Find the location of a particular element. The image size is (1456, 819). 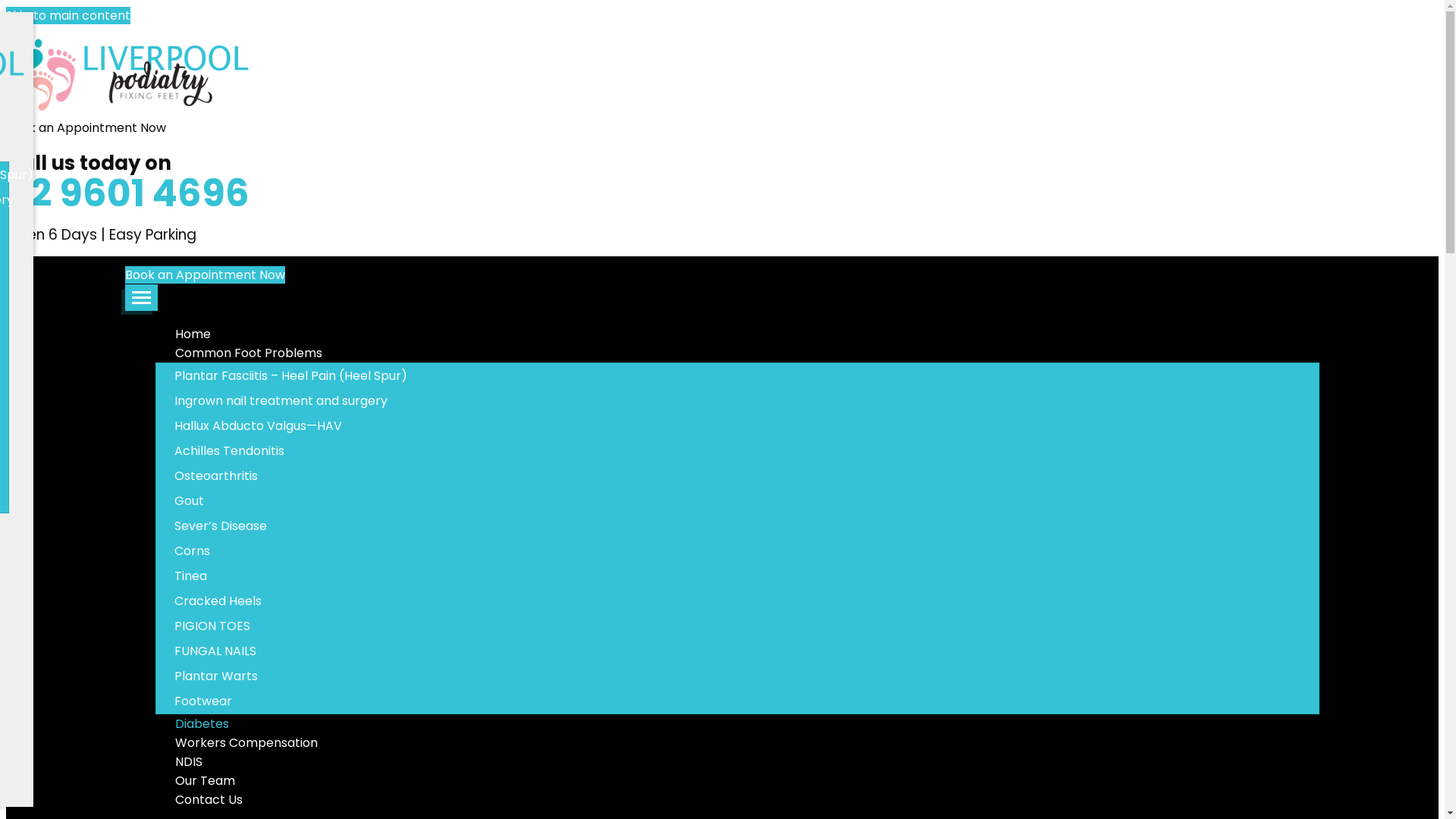

'Contact Us' is located at coordinates (207, 799).